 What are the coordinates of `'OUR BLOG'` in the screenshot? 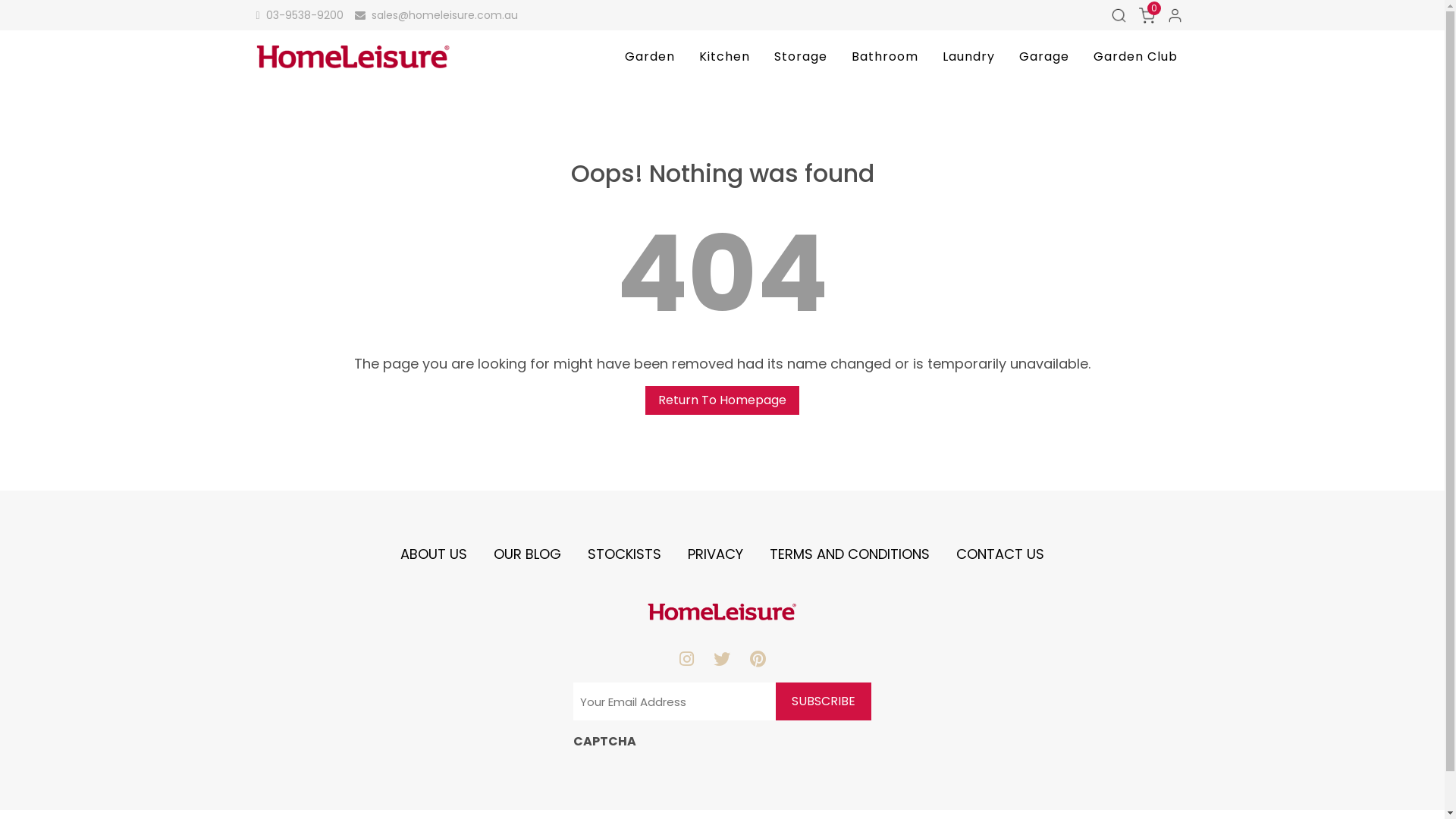 It's located at (527, 554).